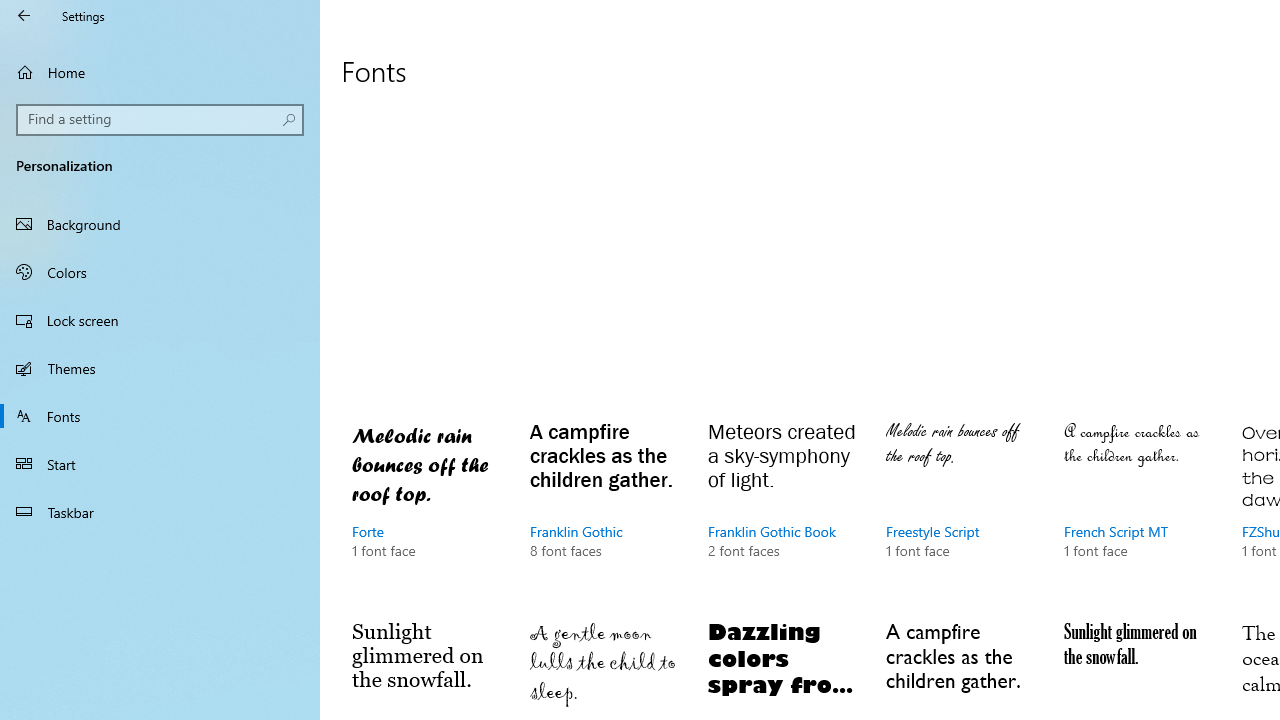  Describe the element at coordinates (160, 510) in the screenshot. I see `'Taskbar'` at that location.